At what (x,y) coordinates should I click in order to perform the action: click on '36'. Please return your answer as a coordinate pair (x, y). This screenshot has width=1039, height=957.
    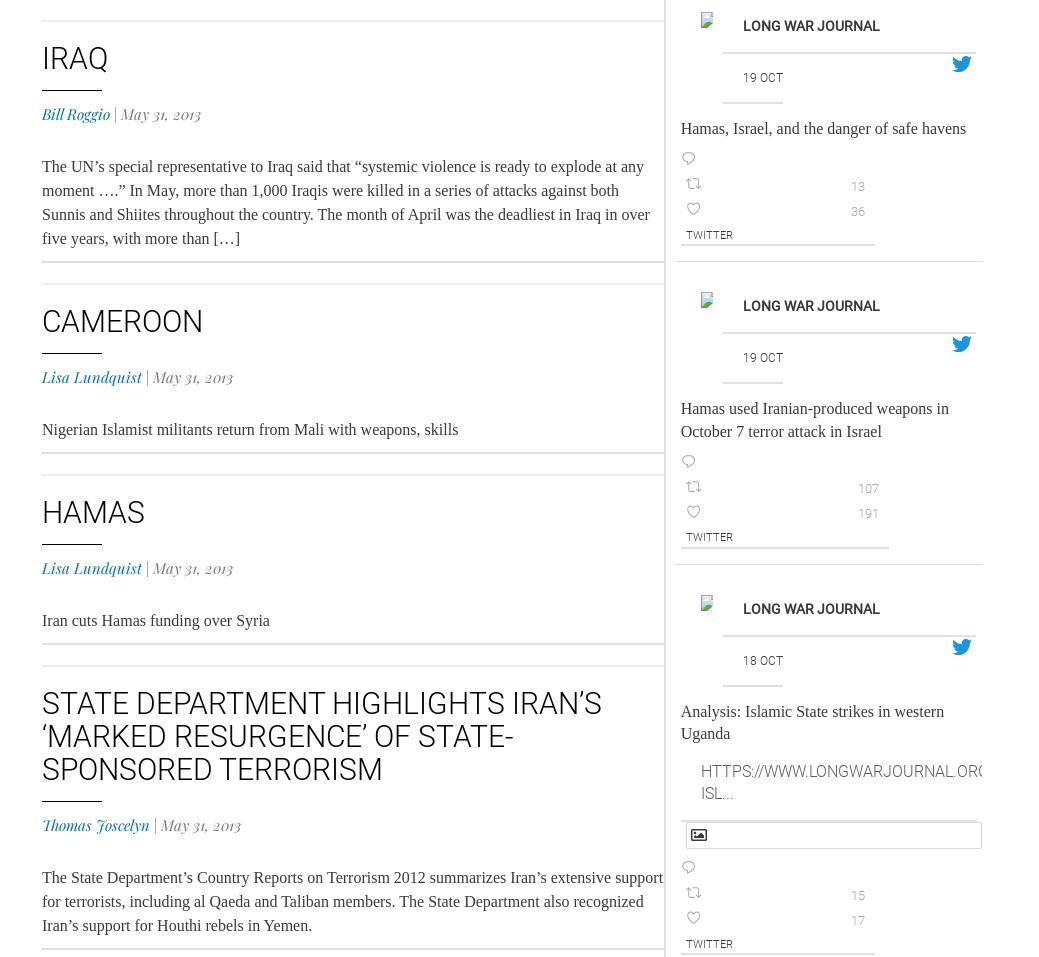
    Looking at the image, I should click on (855, 209).